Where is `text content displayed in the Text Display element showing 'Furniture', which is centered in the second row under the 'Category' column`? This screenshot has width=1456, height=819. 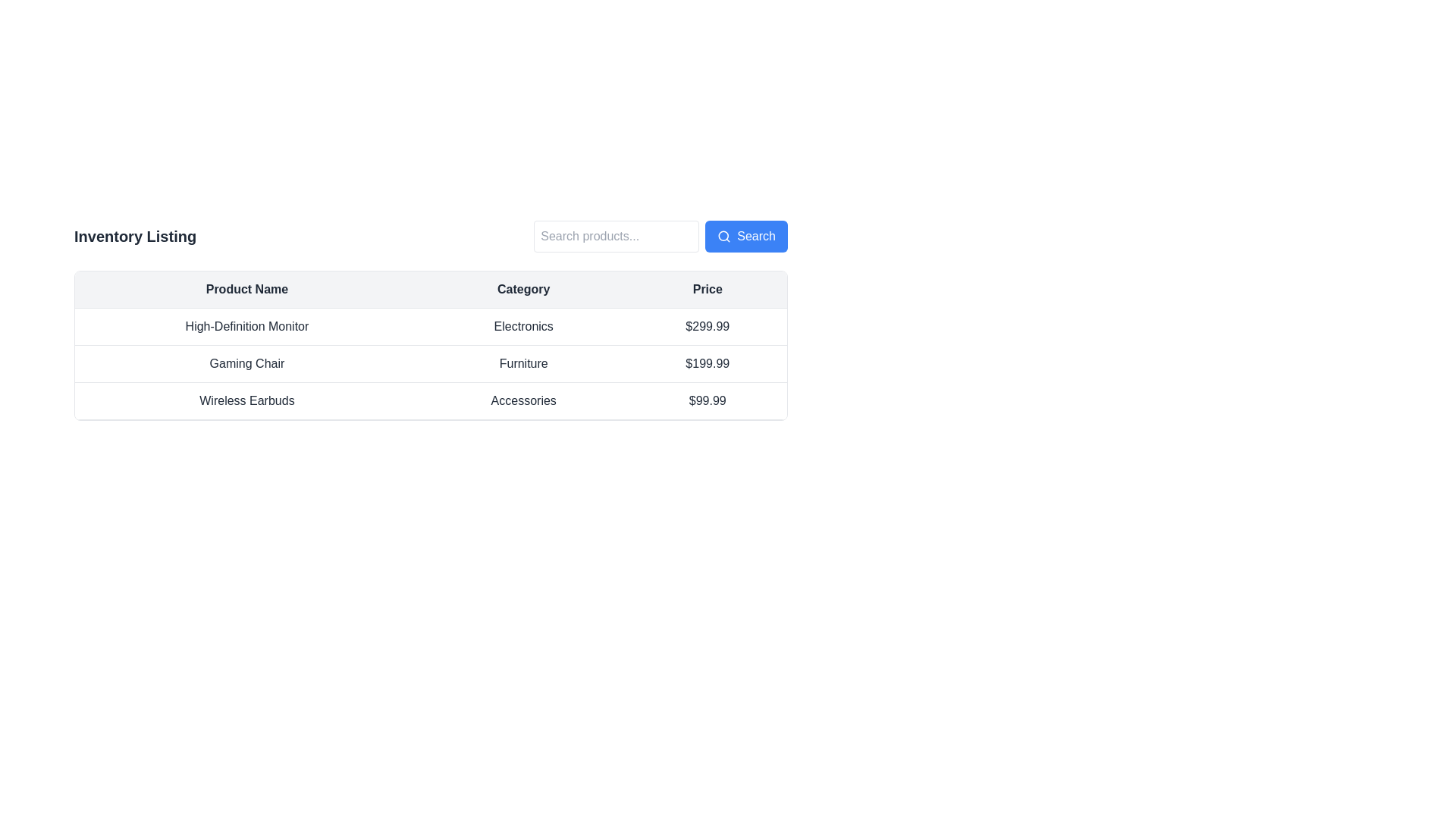
text content displayed in the Text Display element showing 'Furniture', which is centered in the second row under the 'Category' column is located at coordinates (523, 363).